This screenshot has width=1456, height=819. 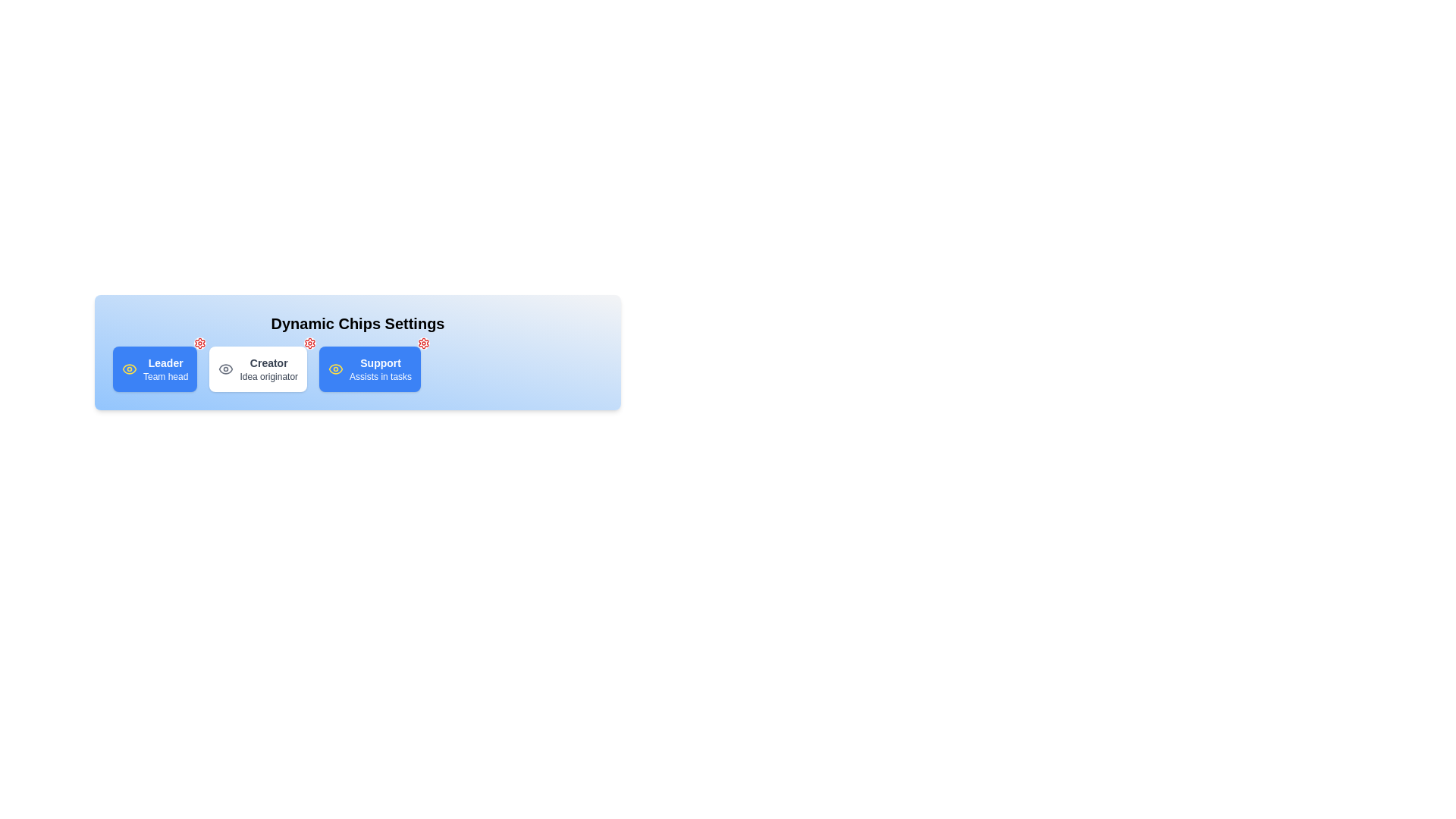 What do you see at coordinates (155, 369) in the screenshot?
I see `the chip labeled Leader to toggle its active state` at bounding box center [155, 369].